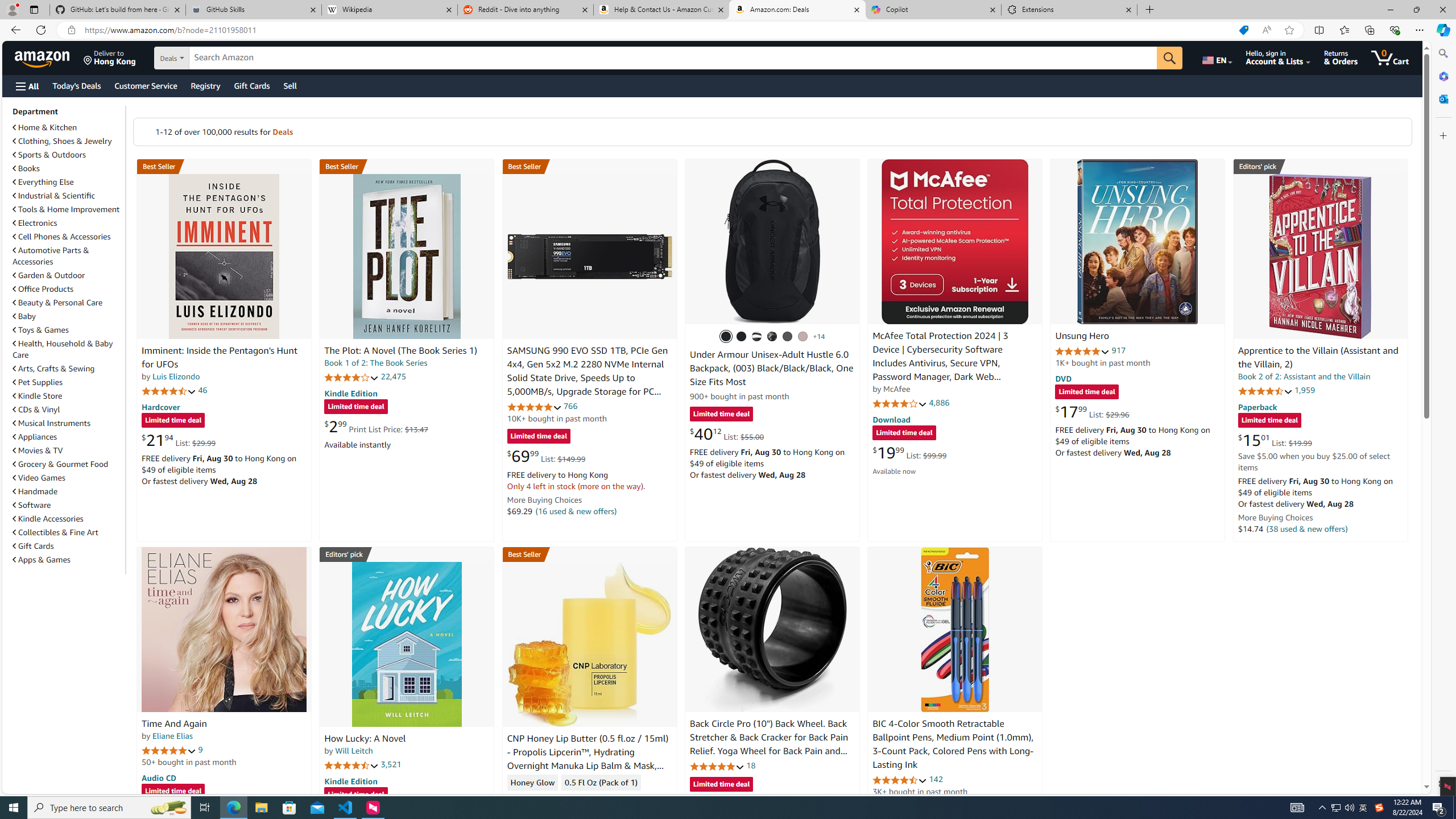 The height and width of the screenshot is (819, 1456). Describe the element at coordinates (67, 423) in the screenshot. I see `'Musical Instruments'` at that location.